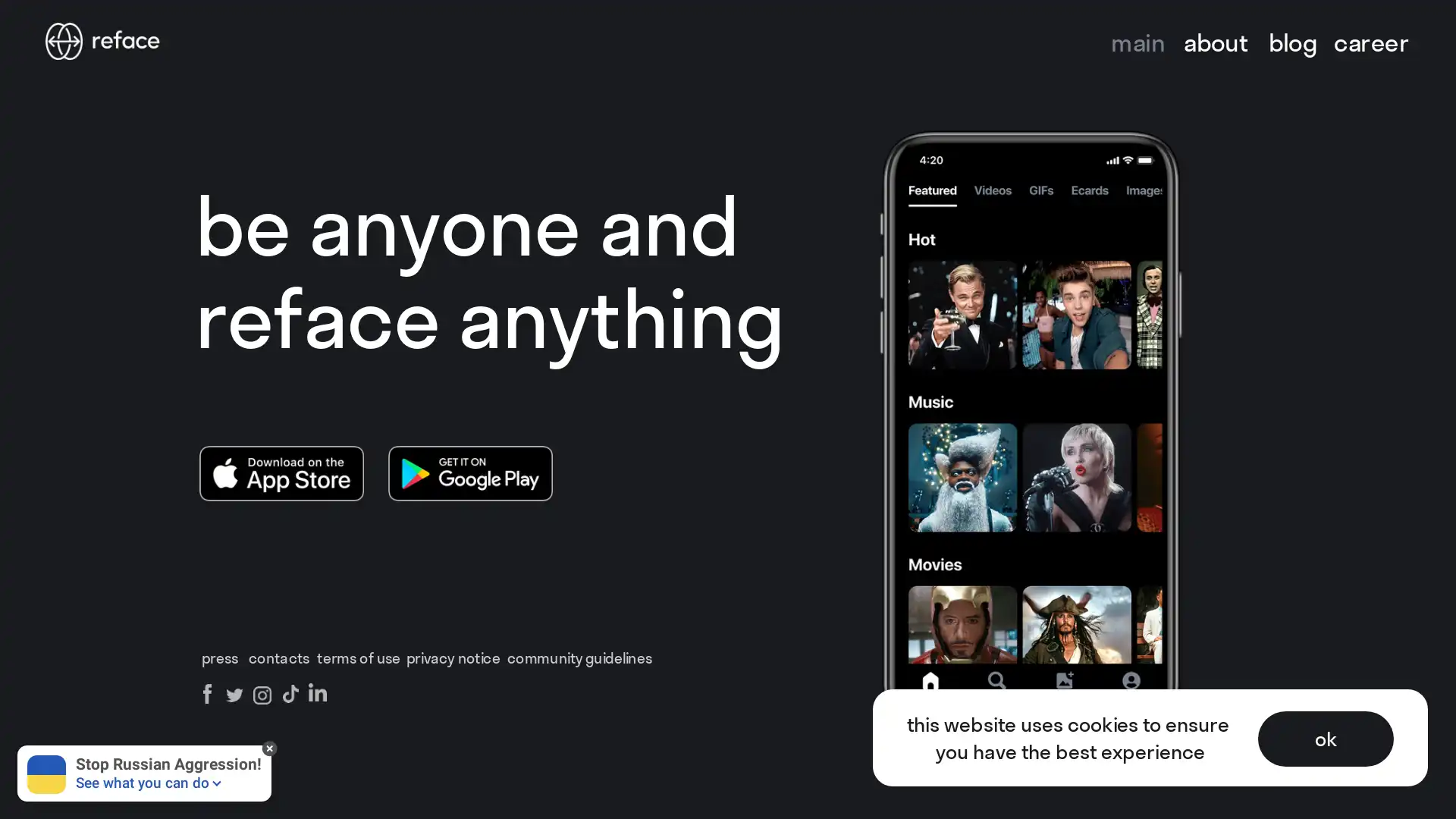 The image size is (1456, 819). I want to click on Close, so click(1427, 29).